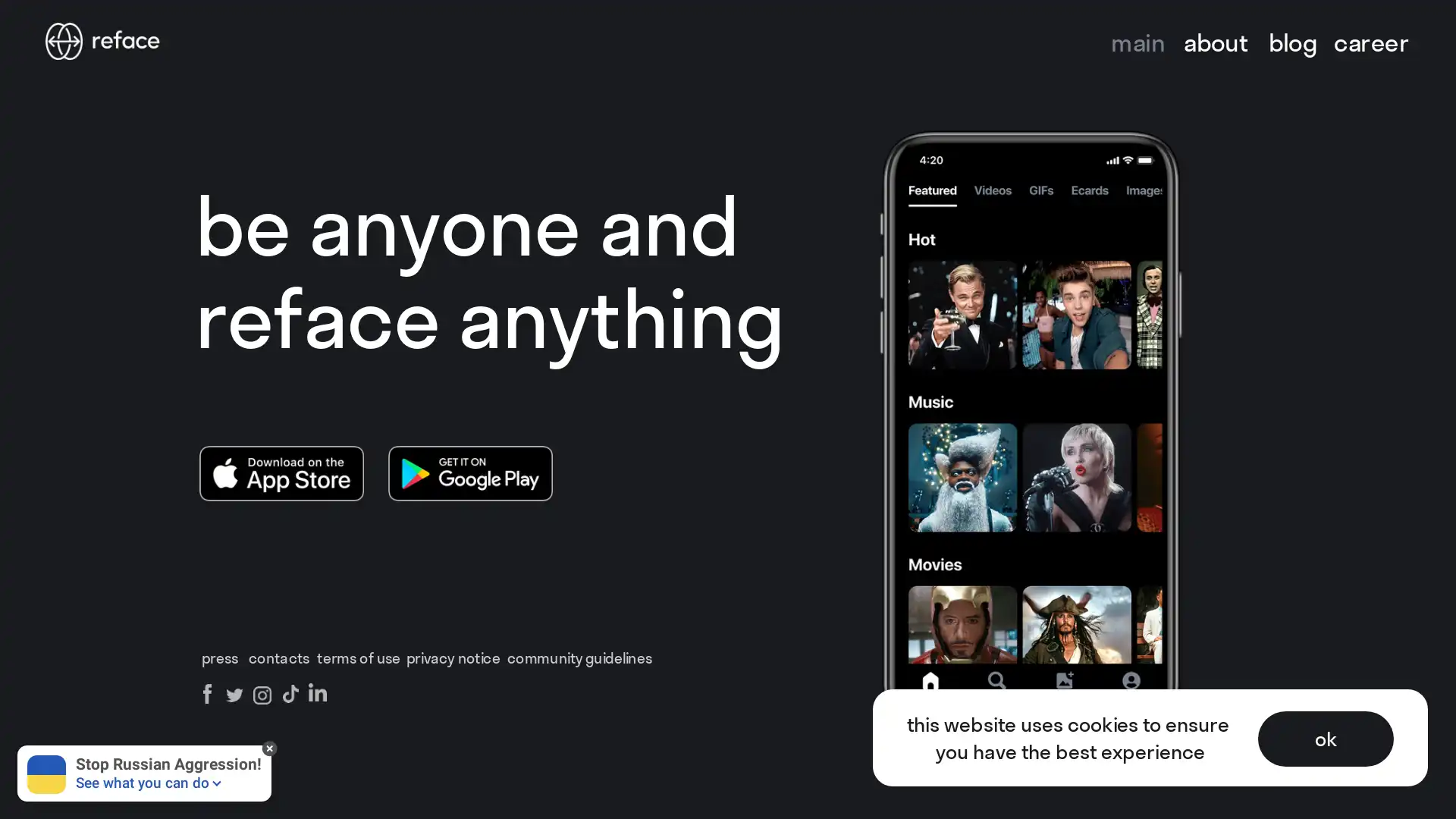 The image size is (1456, 819). I want to click on Close, so click(1427, 29).